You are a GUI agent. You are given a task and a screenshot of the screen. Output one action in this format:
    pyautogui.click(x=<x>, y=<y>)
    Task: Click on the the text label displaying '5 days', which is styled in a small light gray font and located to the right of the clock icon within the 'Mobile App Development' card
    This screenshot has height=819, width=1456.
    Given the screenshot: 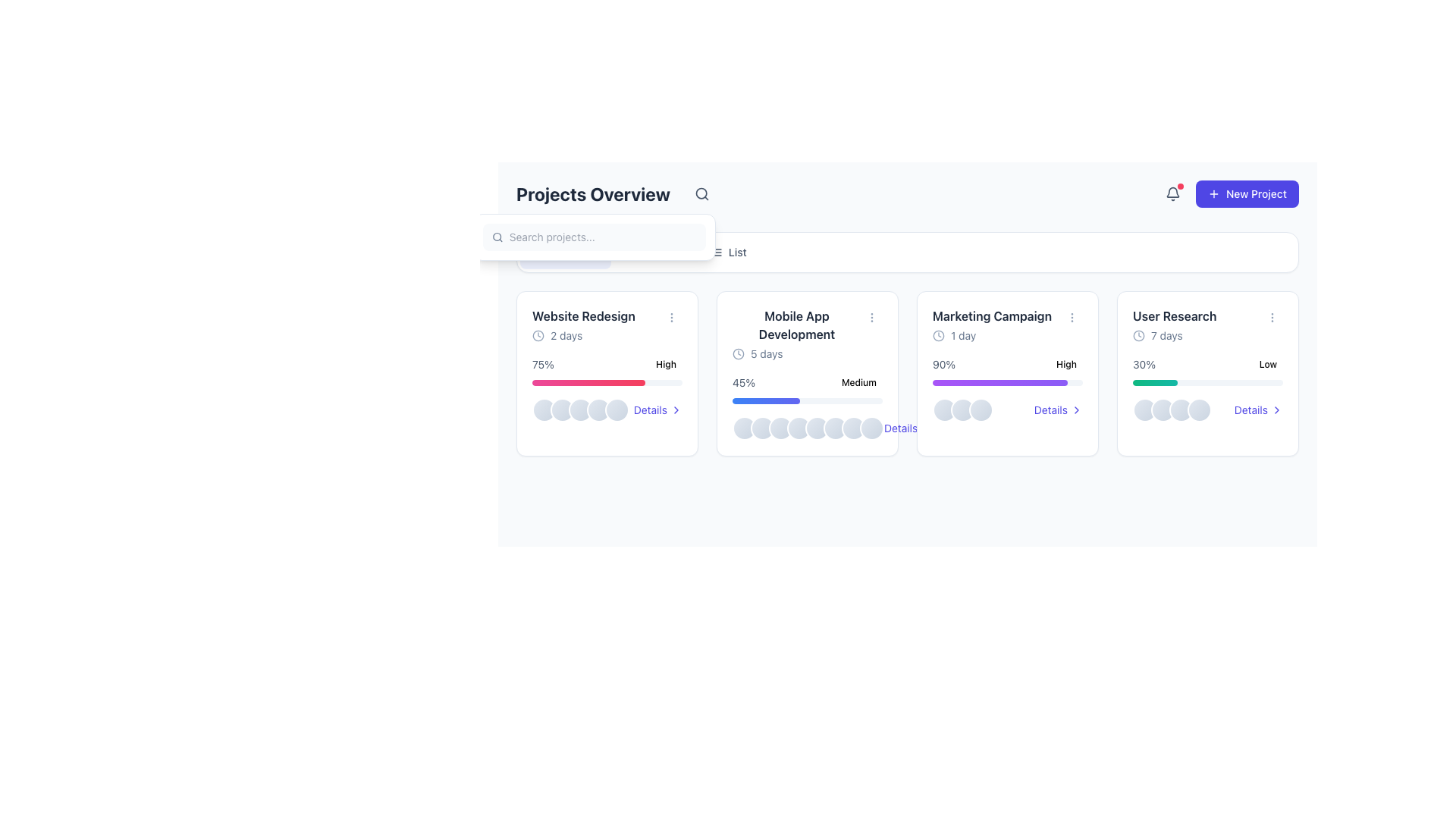 What is the action you would take?
    pyautogui.click(x=767, y=353)
    